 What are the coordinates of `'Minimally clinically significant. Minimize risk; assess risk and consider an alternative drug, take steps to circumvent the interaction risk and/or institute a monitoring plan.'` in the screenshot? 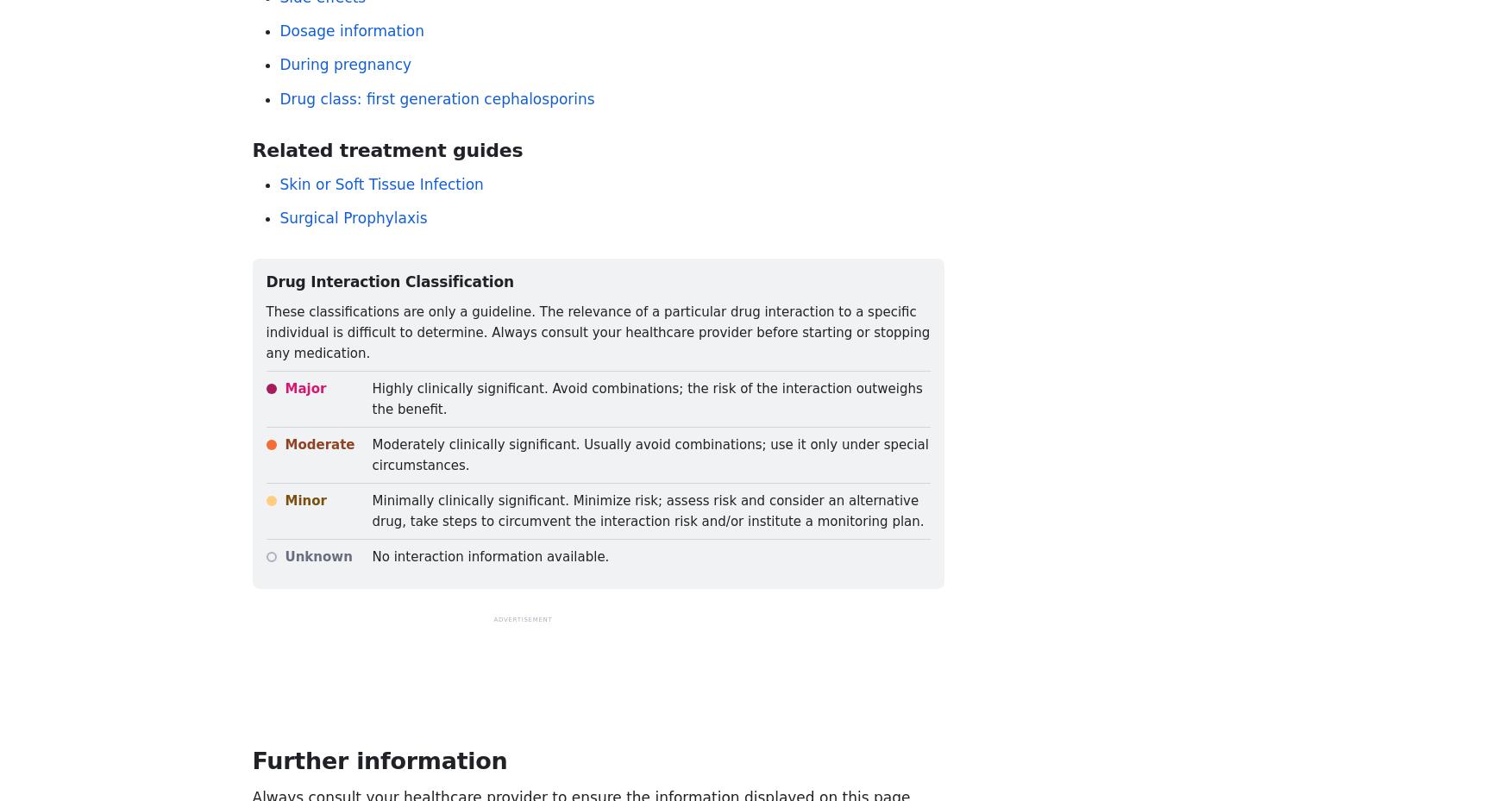 It's located at (646, 509).